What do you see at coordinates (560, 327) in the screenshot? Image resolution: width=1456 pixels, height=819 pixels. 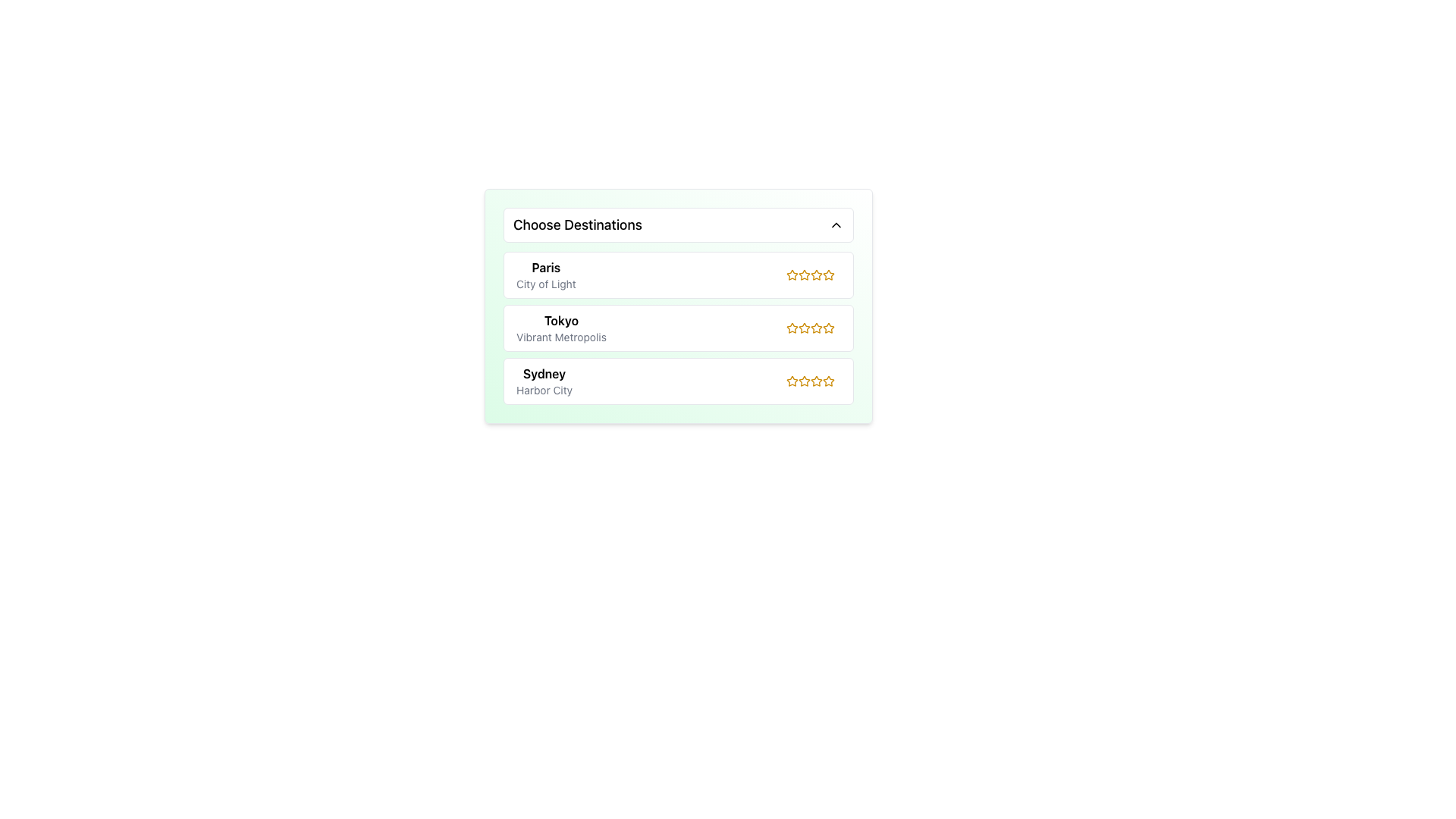 I see `text content located in the second entry of the 'Choose Destinations' list, which displays 'Tokyo' and 'Vibrant Metropolis'` at bounding box center [560, 327].